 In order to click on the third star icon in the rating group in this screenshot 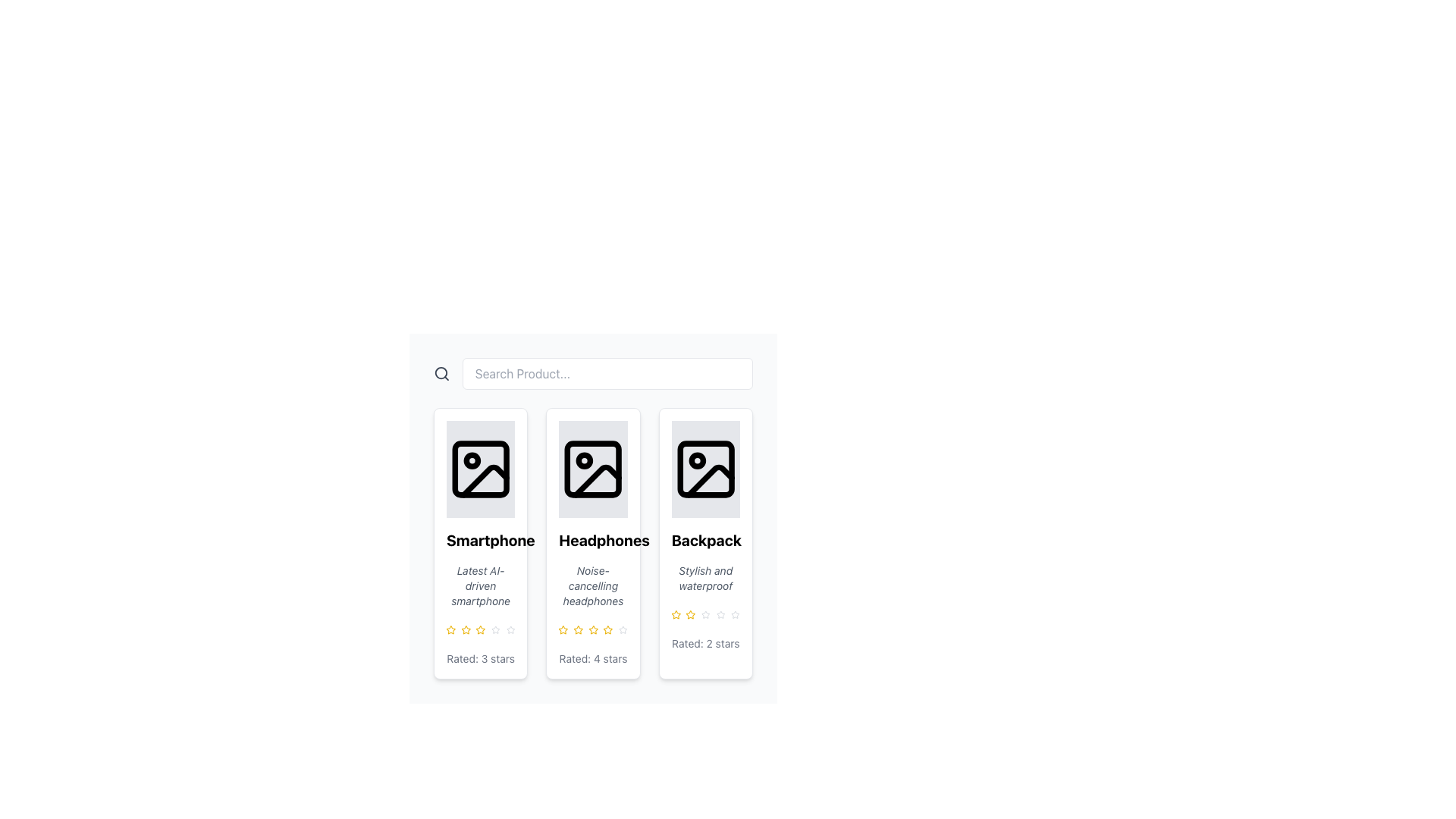, I will do `click(577, 629)`.